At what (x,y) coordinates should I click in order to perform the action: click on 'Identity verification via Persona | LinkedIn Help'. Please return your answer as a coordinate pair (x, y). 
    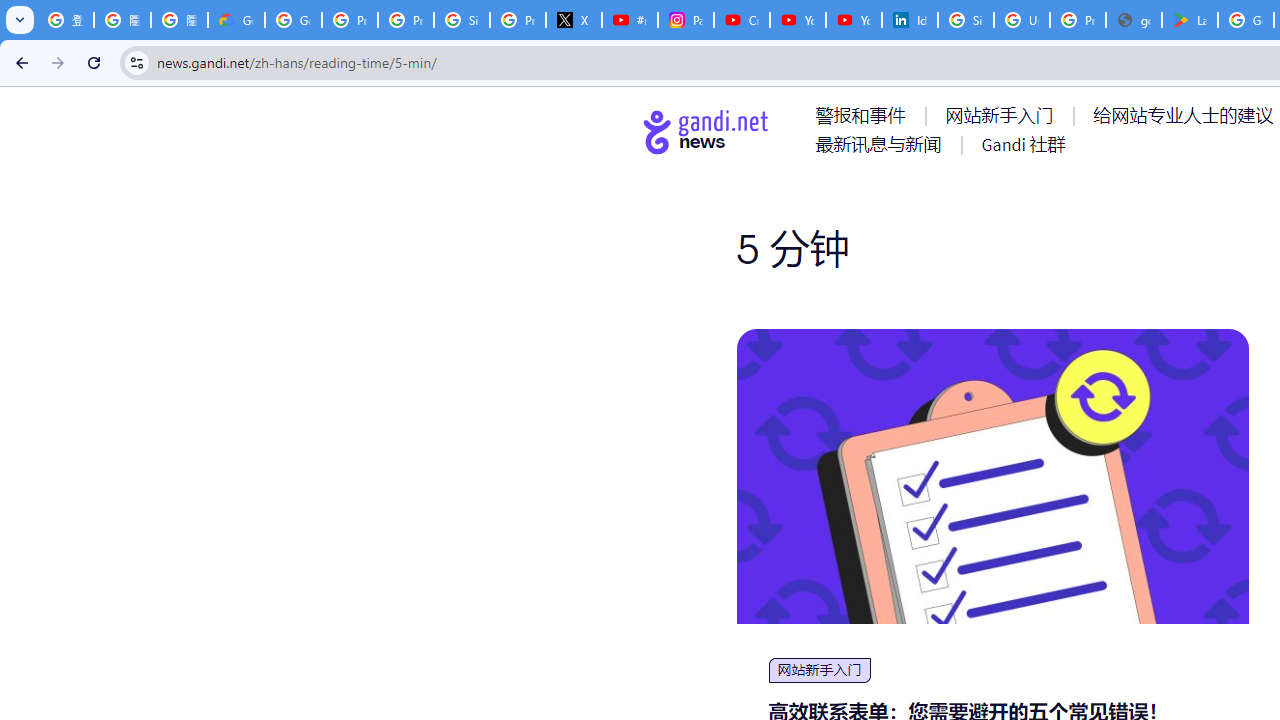
    Looking at the image, I should click on (909, 20).